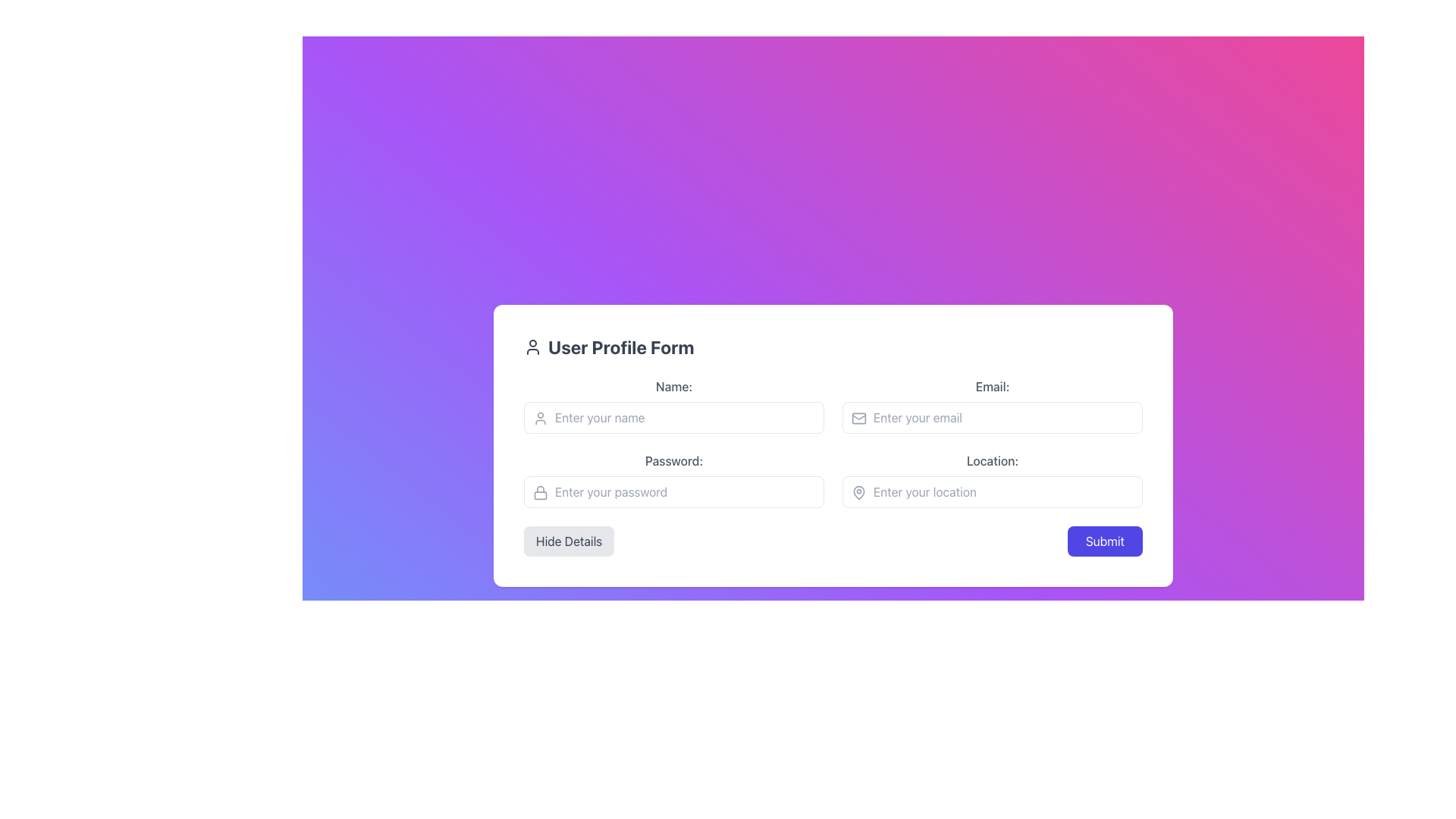  What do you see at coordinates (993, 418) in the screenshot?
I see `the email input field located in the form section labeled 'Email:', positioned to the right of the 'Name:' field` at bounding box center [993, 418].